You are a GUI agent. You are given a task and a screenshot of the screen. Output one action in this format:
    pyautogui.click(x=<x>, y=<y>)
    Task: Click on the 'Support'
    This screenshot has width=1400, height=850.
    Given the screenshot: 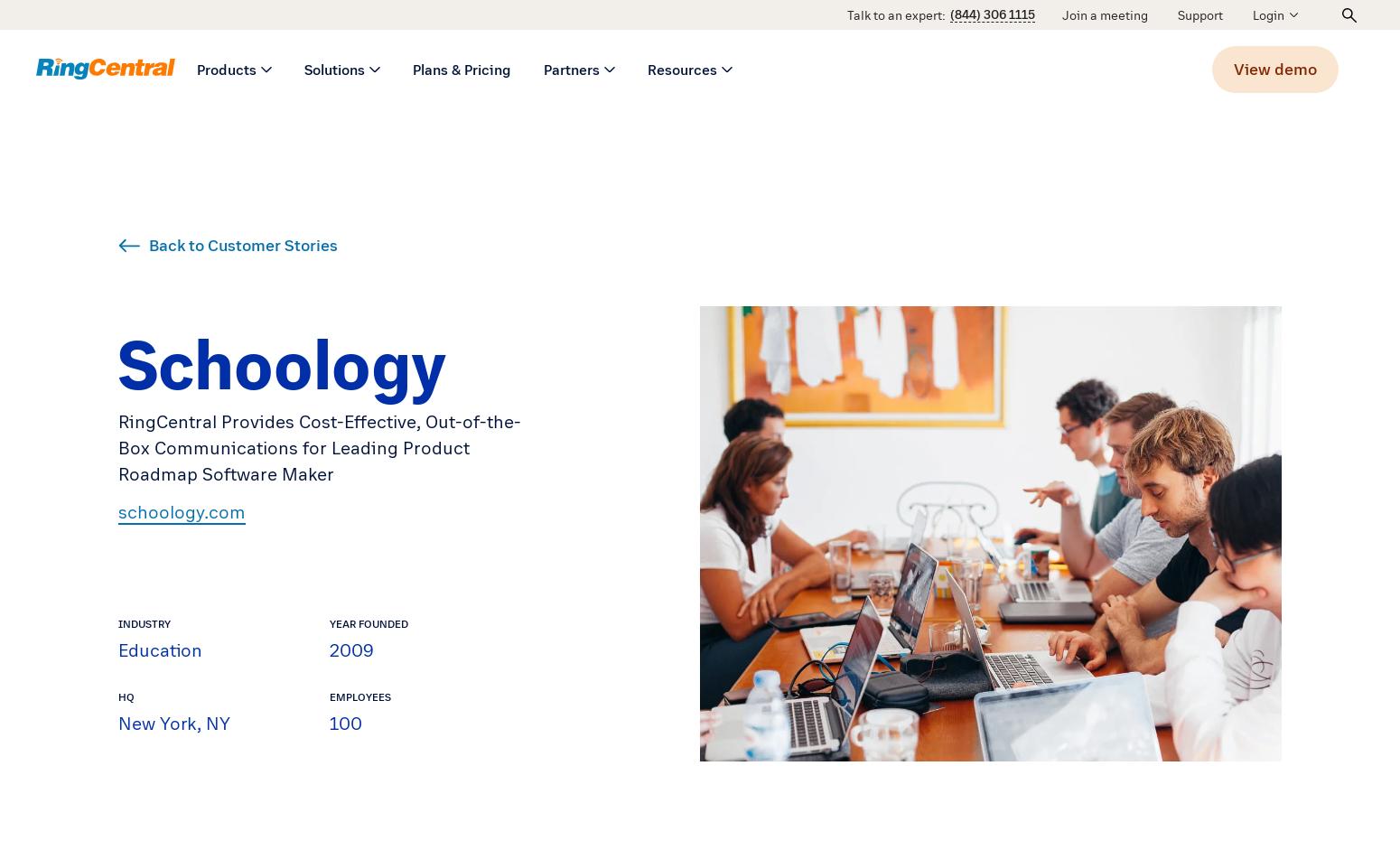 What is the action you would take?
    pyautogui.click(x=1199, y=14)
    